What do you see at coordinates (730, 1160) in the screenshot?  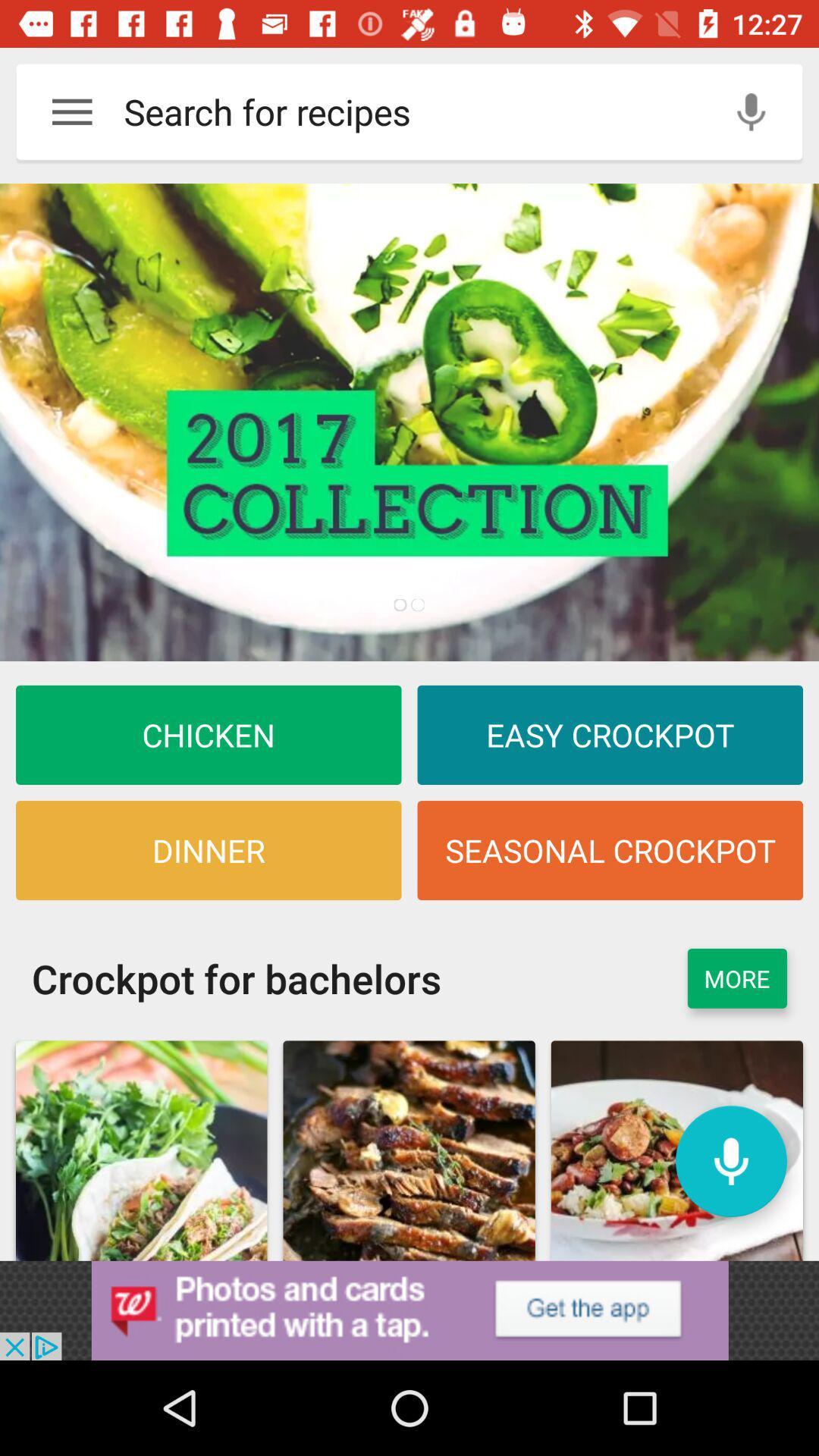 I see `record` at bounding box center [730, 1160].